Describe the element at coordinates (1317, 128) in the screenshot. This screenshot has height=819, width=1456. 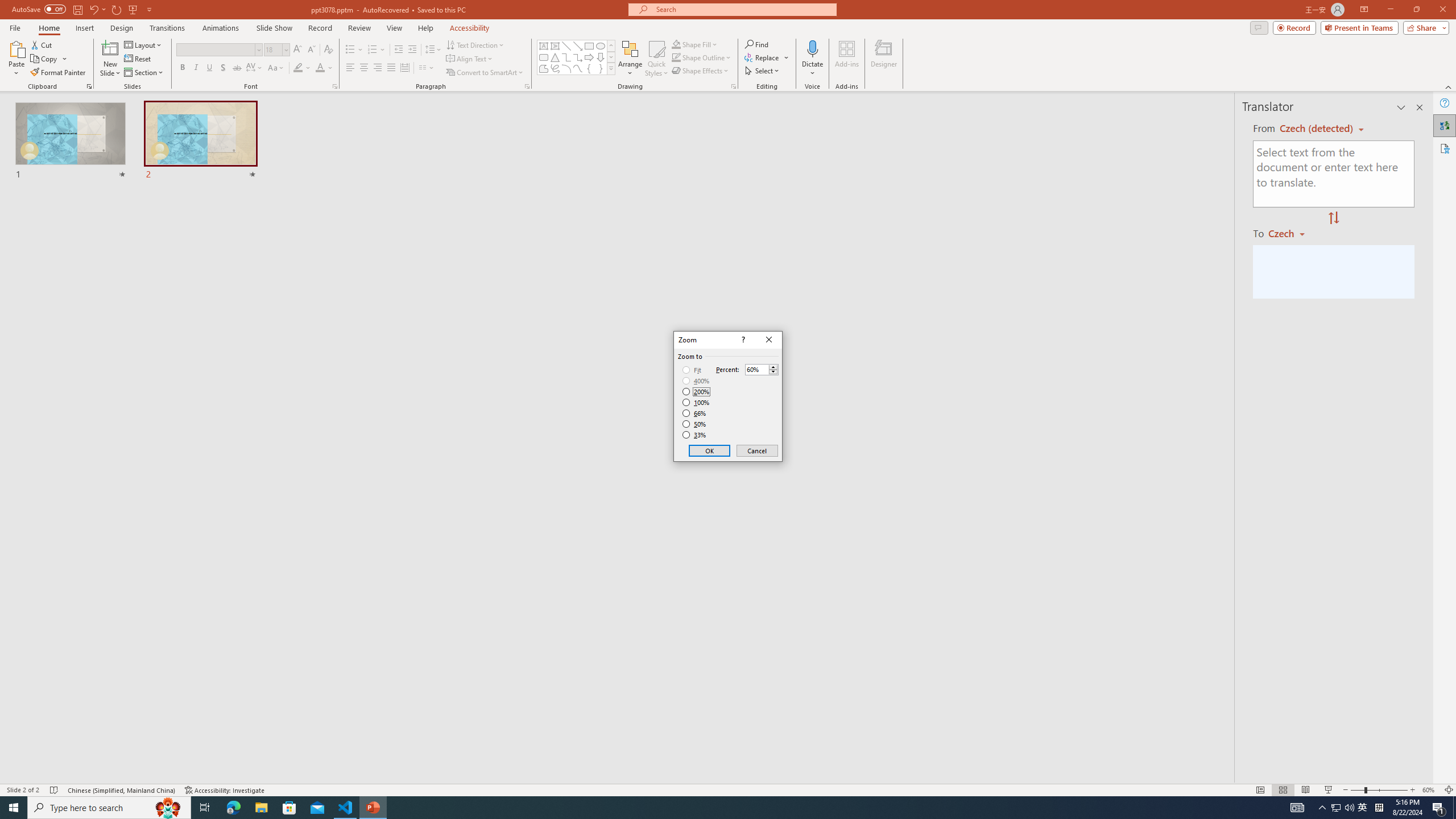
I see `'Czech (detected)'` at that location.